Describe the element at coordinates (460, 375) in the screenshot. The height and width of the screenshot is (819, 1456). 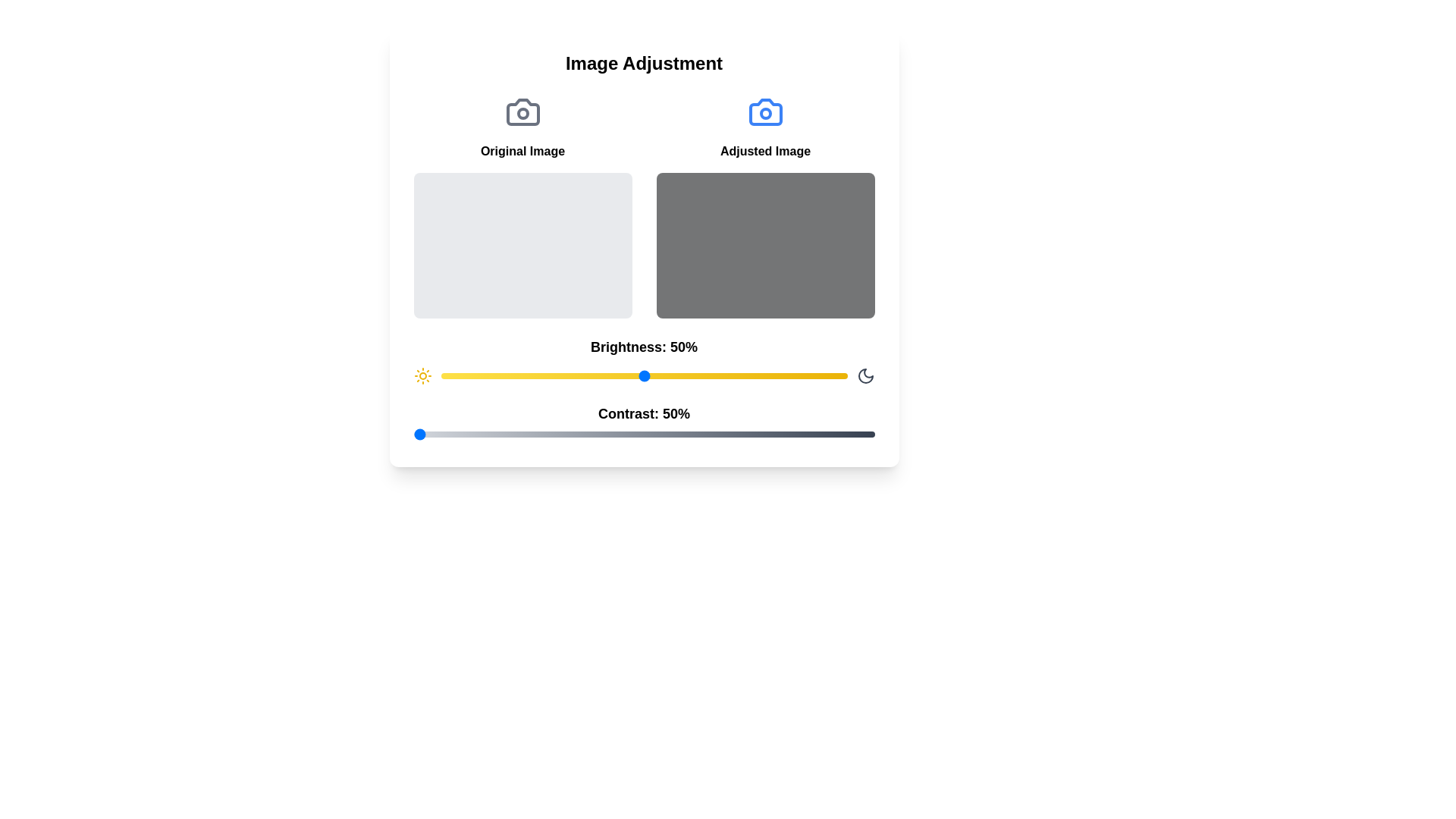
I see `the slider value` at that location.